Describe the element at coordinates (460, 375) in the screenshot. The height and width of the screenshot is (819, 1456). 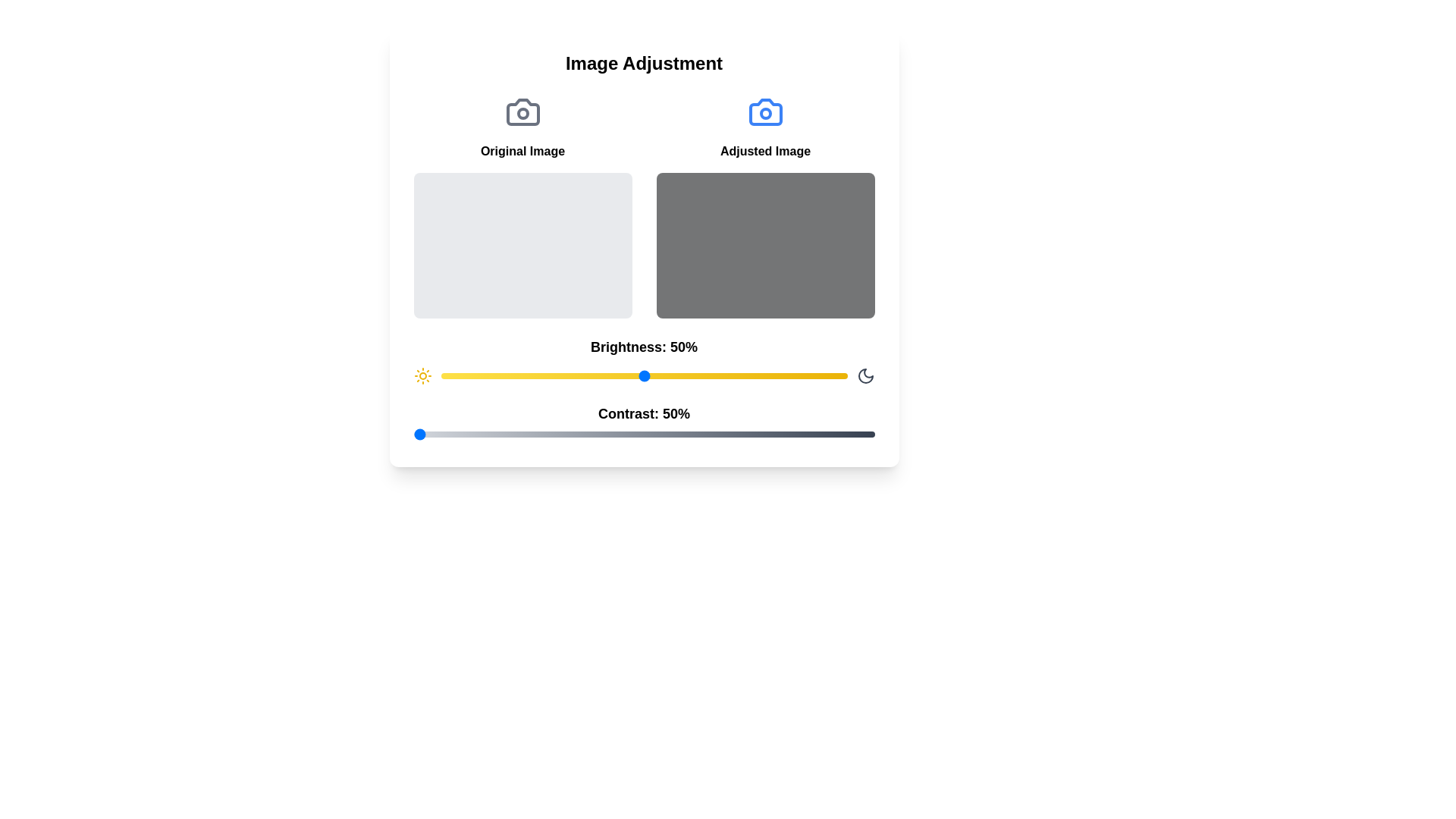
I see `the slider value` at that location.